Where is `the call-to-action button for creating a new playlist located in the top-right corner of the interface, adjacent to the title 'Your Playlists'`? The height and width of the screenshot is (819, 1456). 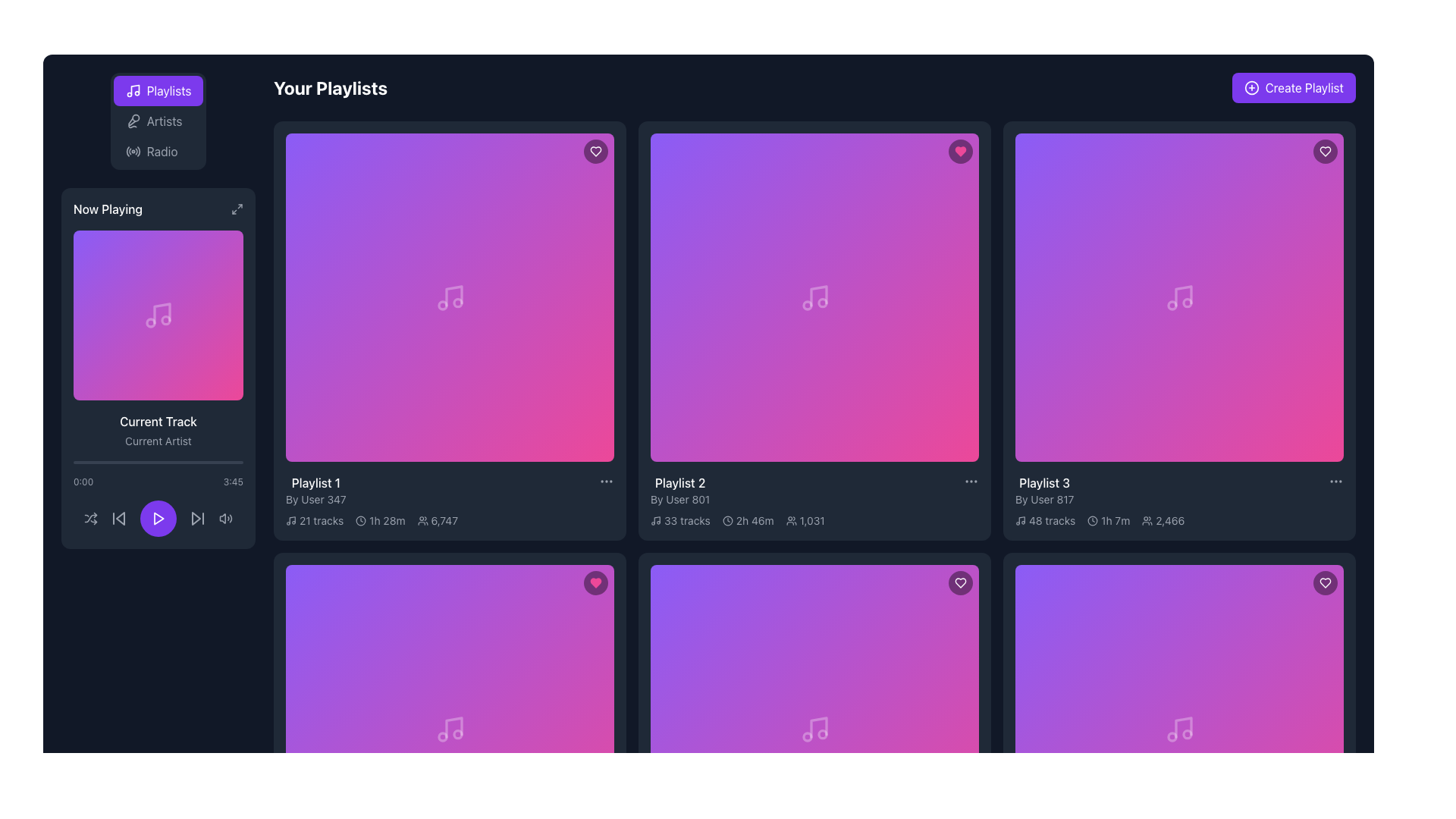 the call-to-action button for creating a new playlist located in the top-right corner of the interface, adjacent to the title 'Your Playlists' is located at coordinates (1293, 87).